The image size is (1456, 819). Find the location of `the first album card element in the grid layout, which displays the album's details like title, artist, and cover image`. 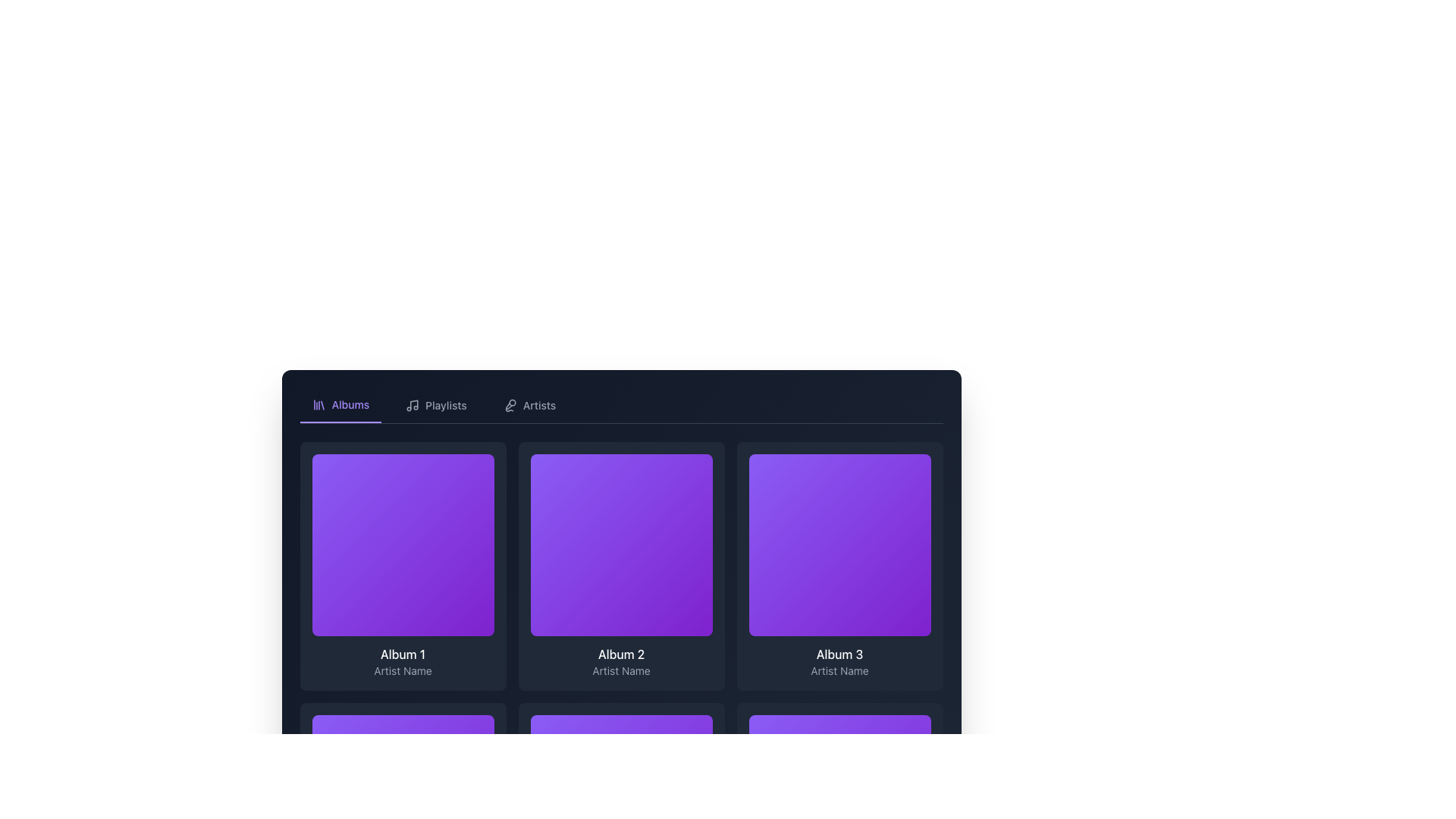

the first album card element in the grid layout, which displays the album's details like title, artist, and cover image is located at coordinates (403, 566).